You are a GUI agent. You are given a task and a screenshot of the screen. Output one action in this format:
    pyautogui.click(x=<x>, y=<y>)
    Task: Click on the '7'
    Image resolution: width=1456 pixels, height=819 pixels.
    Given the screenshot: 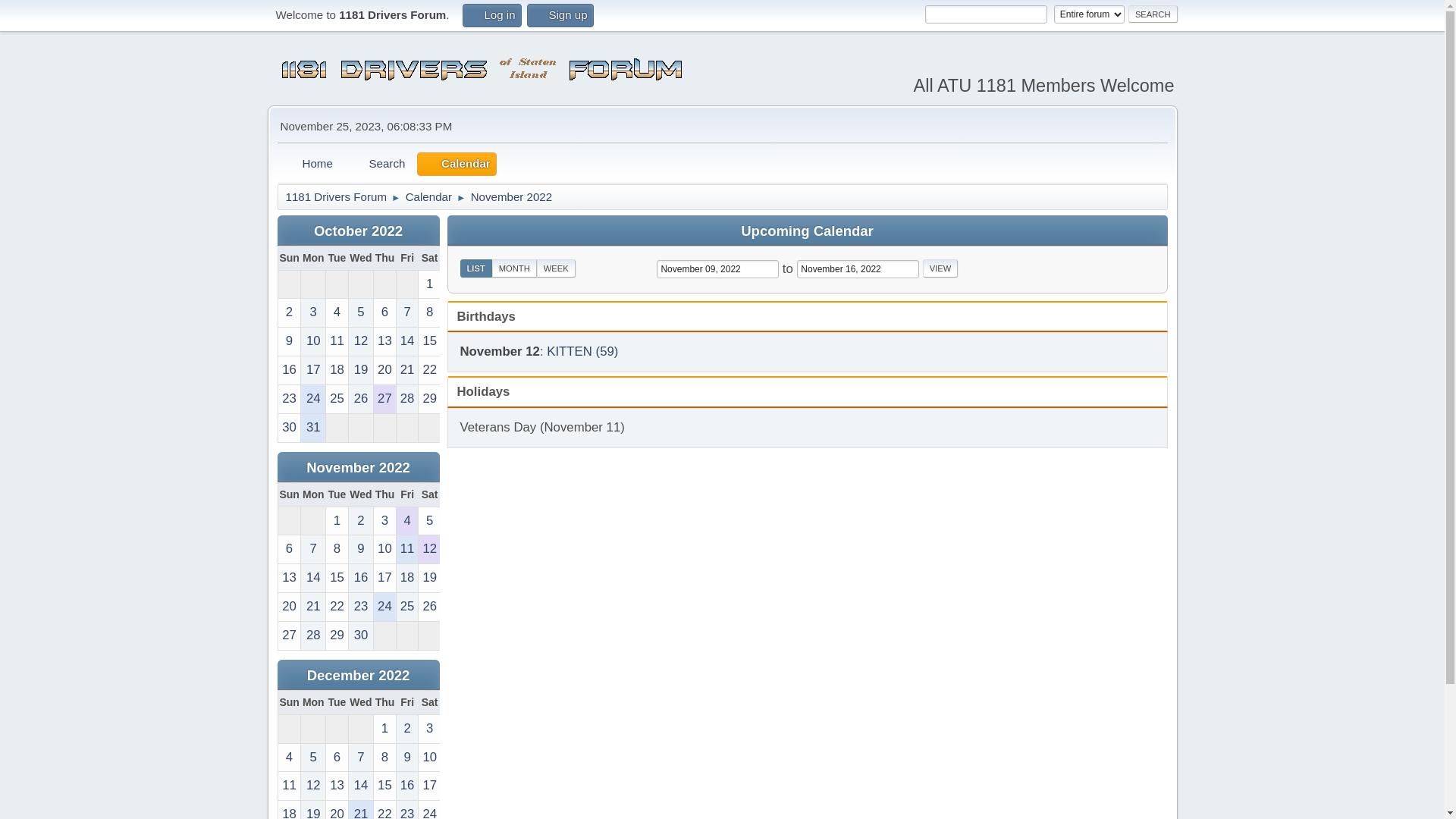 What is the action you would take?
    pyautogui.click(x=359, y=758)
    